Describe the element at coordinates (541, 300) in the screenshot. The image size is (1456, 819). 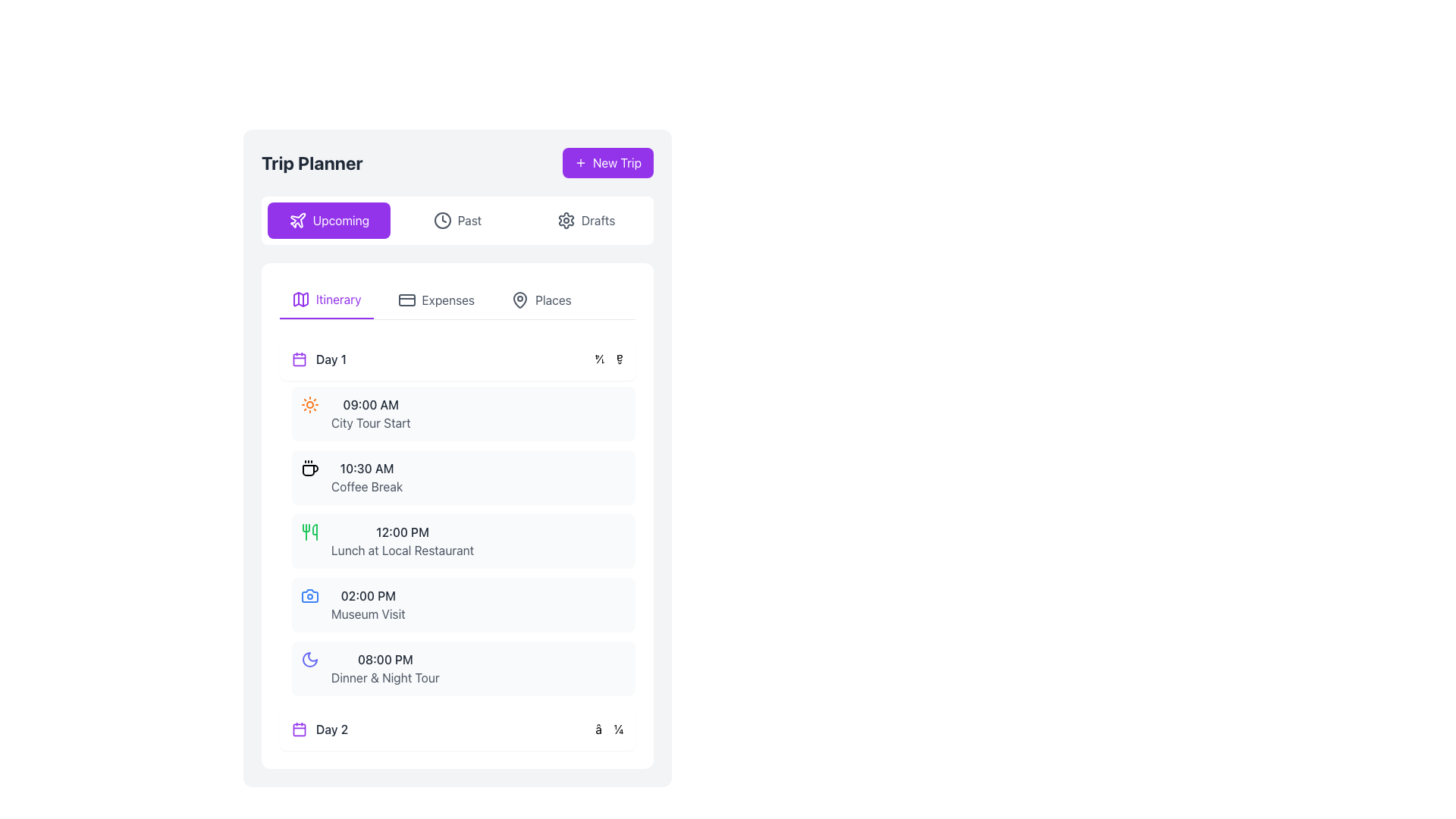
I see `the 'Places' navigation tab under 'Trip Planner'` at that location.